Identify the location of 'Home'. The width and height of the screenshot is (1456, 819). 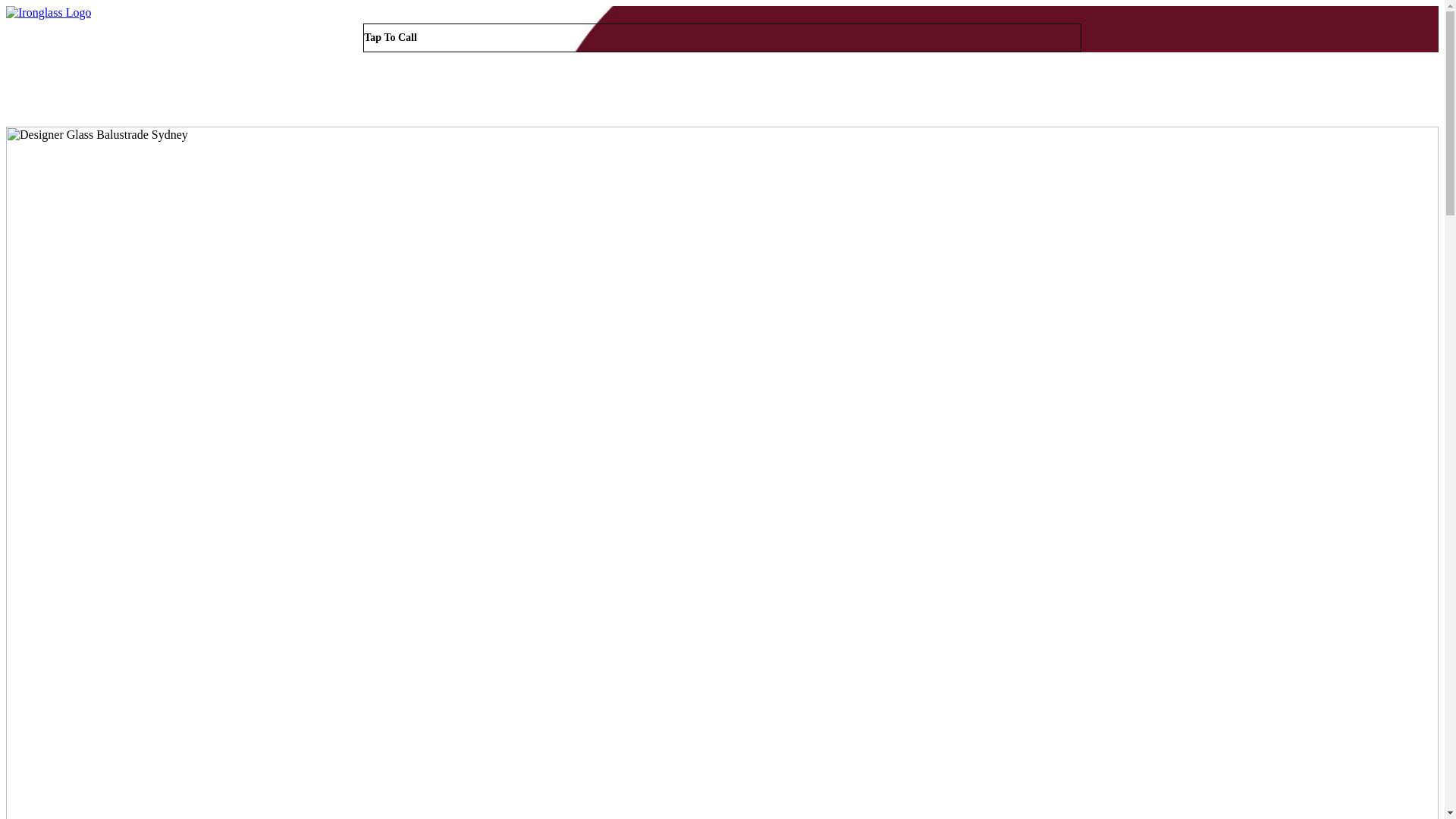
(1100, 91).